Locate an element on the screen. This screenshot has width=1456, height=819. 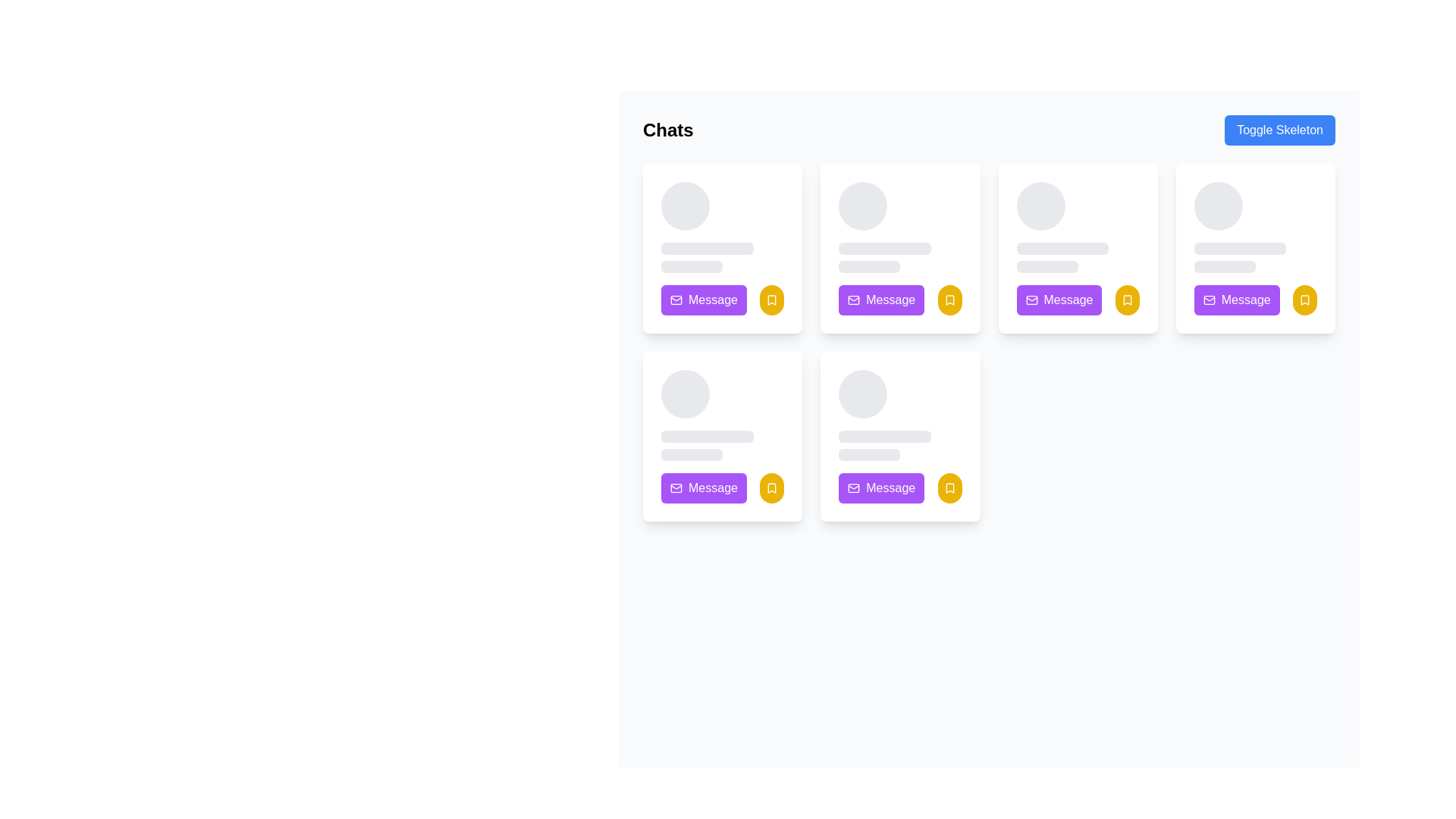
the bookmark icon located in the bottom-right corner of the second card in the second row of the grid layout is located at coordinates (772, 488).